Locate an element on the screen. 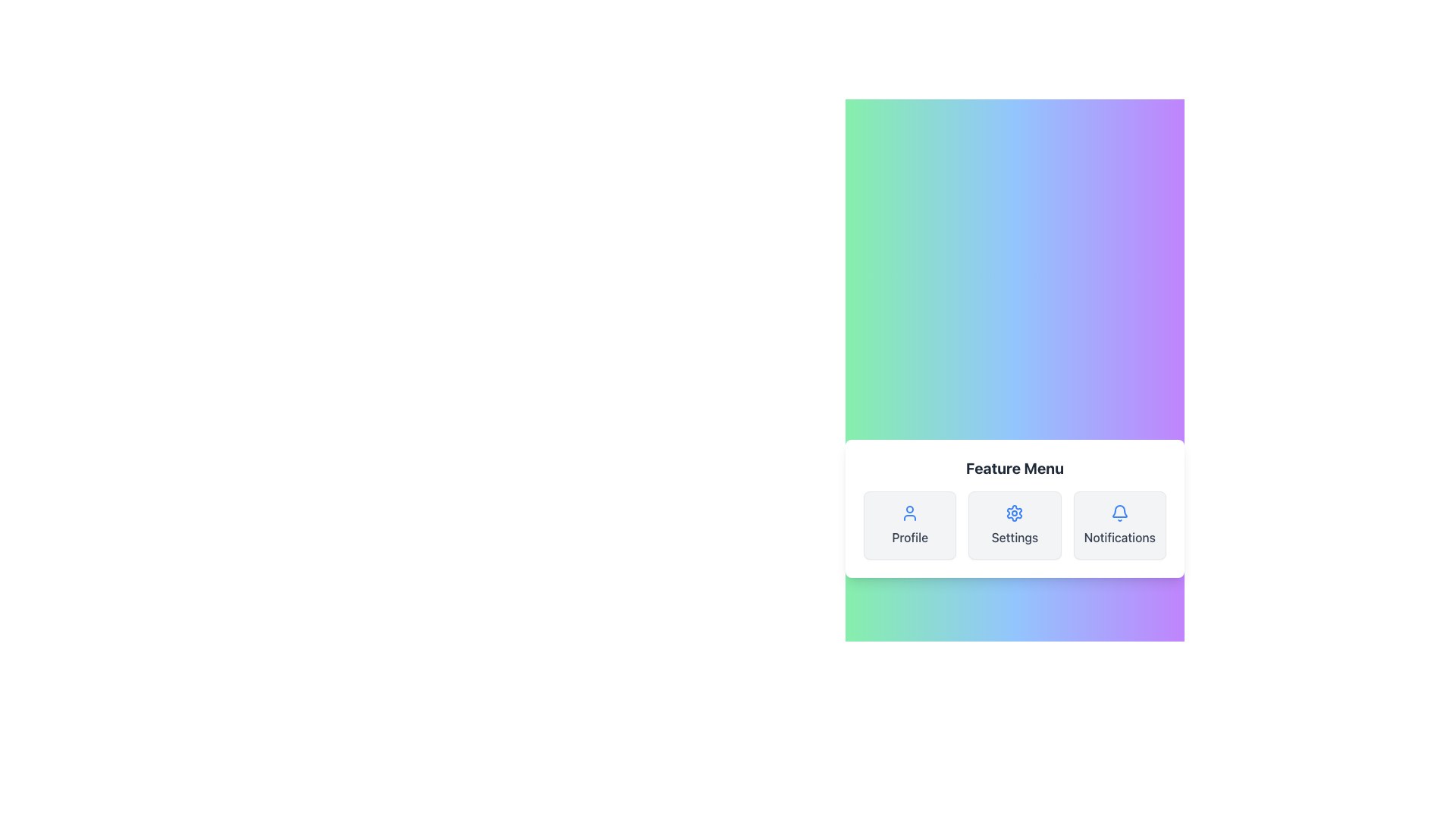 The height and width of the screenshot is (819, 1456). the blue gear-shaped icon within the 'Settings' button is located at coordinates (1015, 513).